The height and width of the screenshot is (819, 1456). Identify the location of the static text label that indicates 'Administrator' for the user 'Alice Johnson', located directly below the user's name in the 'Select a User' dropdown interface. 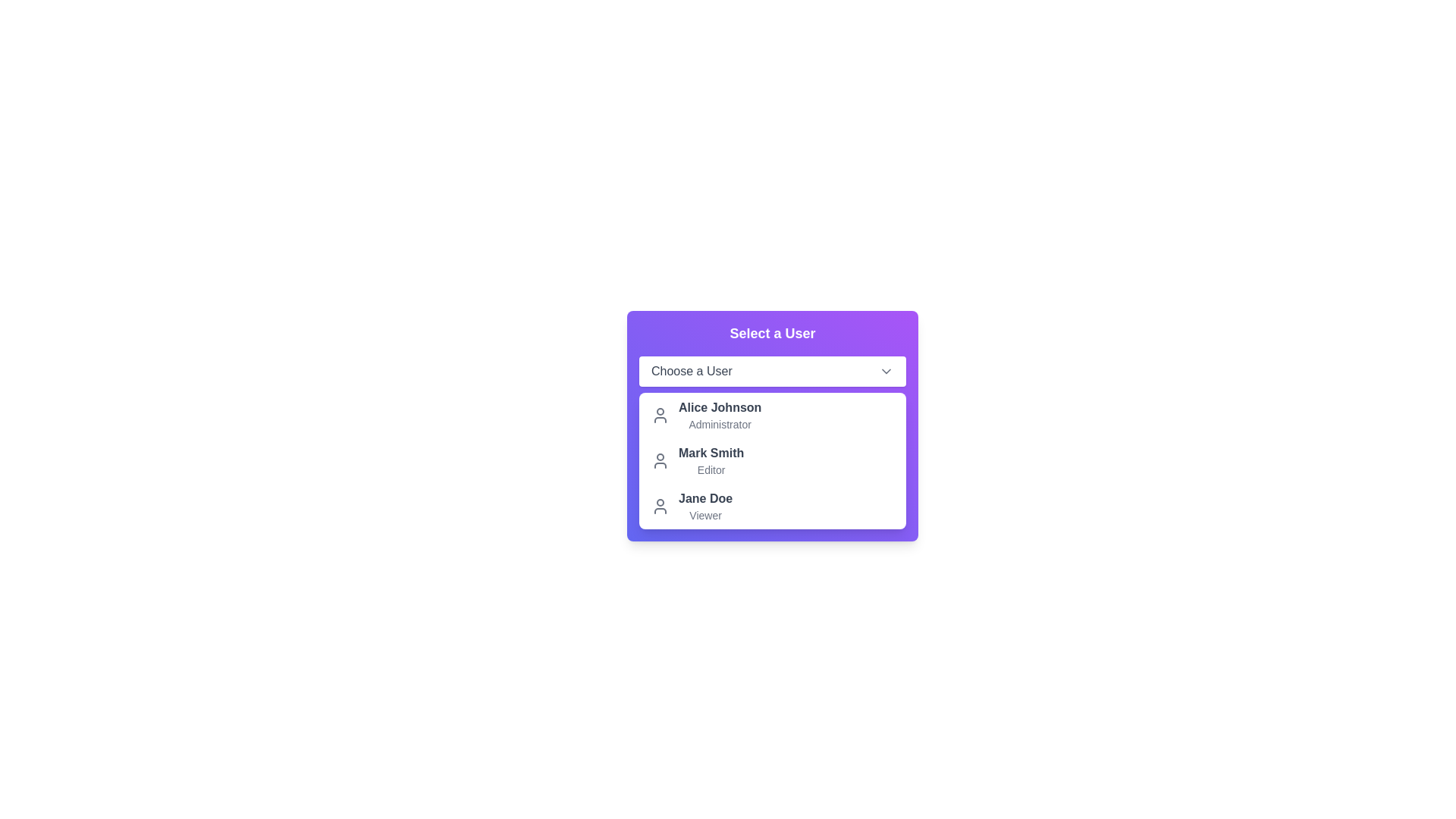
(719, 424).